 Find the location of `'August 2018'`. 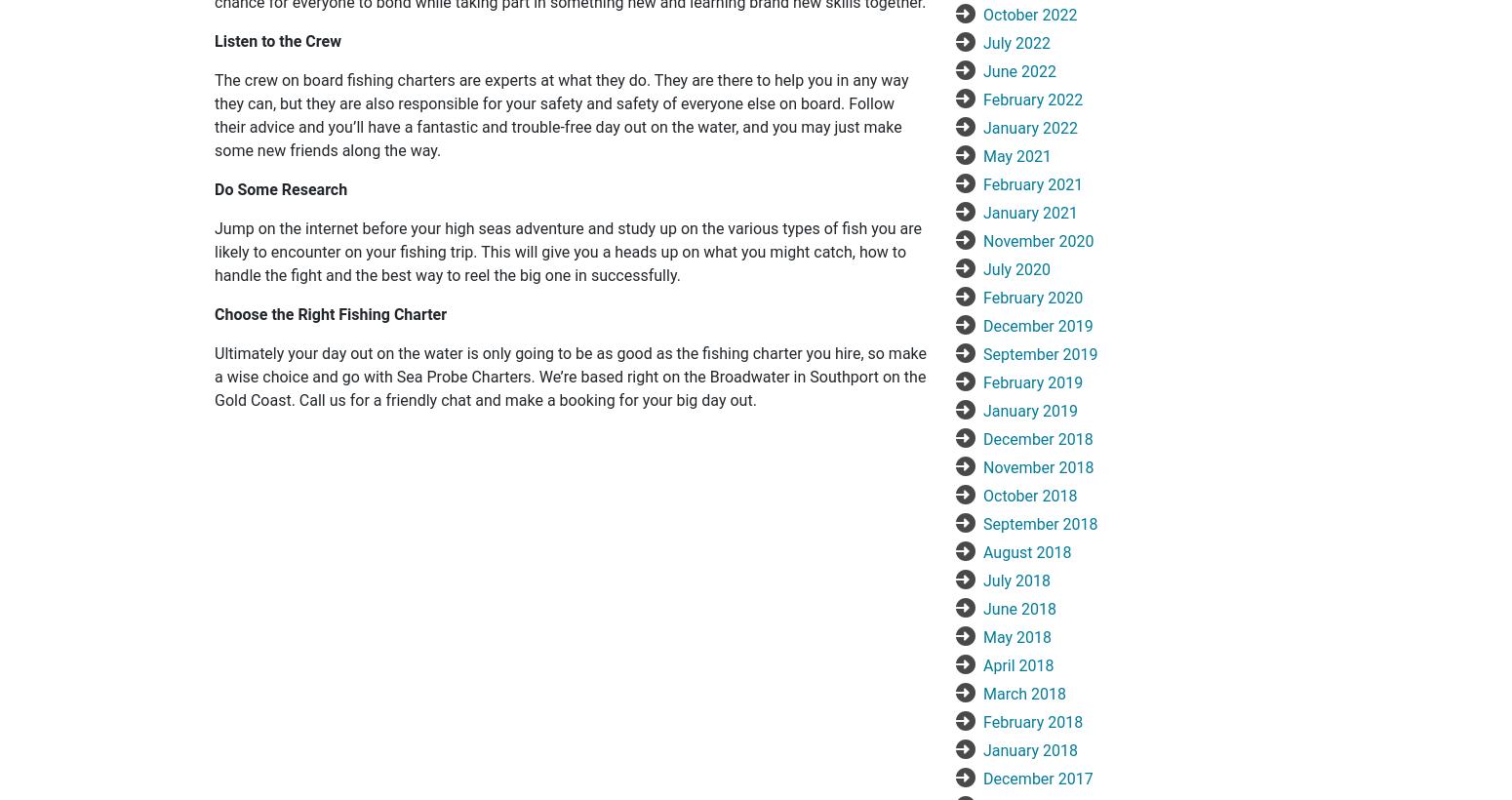

'August 2018' is located at coordinates (1027, 551).